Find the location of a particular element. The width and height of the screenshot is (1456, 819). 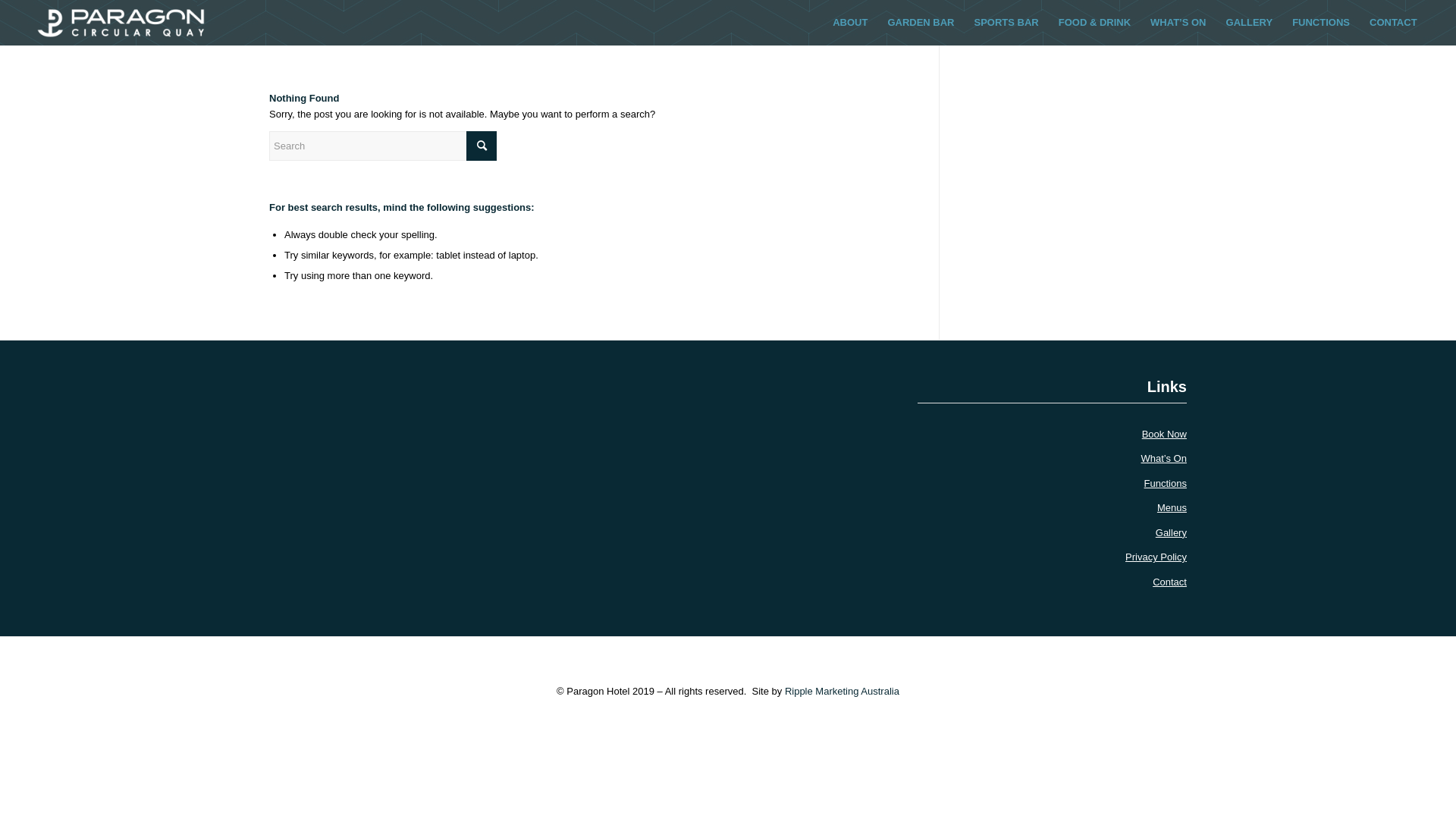

'Book Now' is located at coordinates (1142, 434).